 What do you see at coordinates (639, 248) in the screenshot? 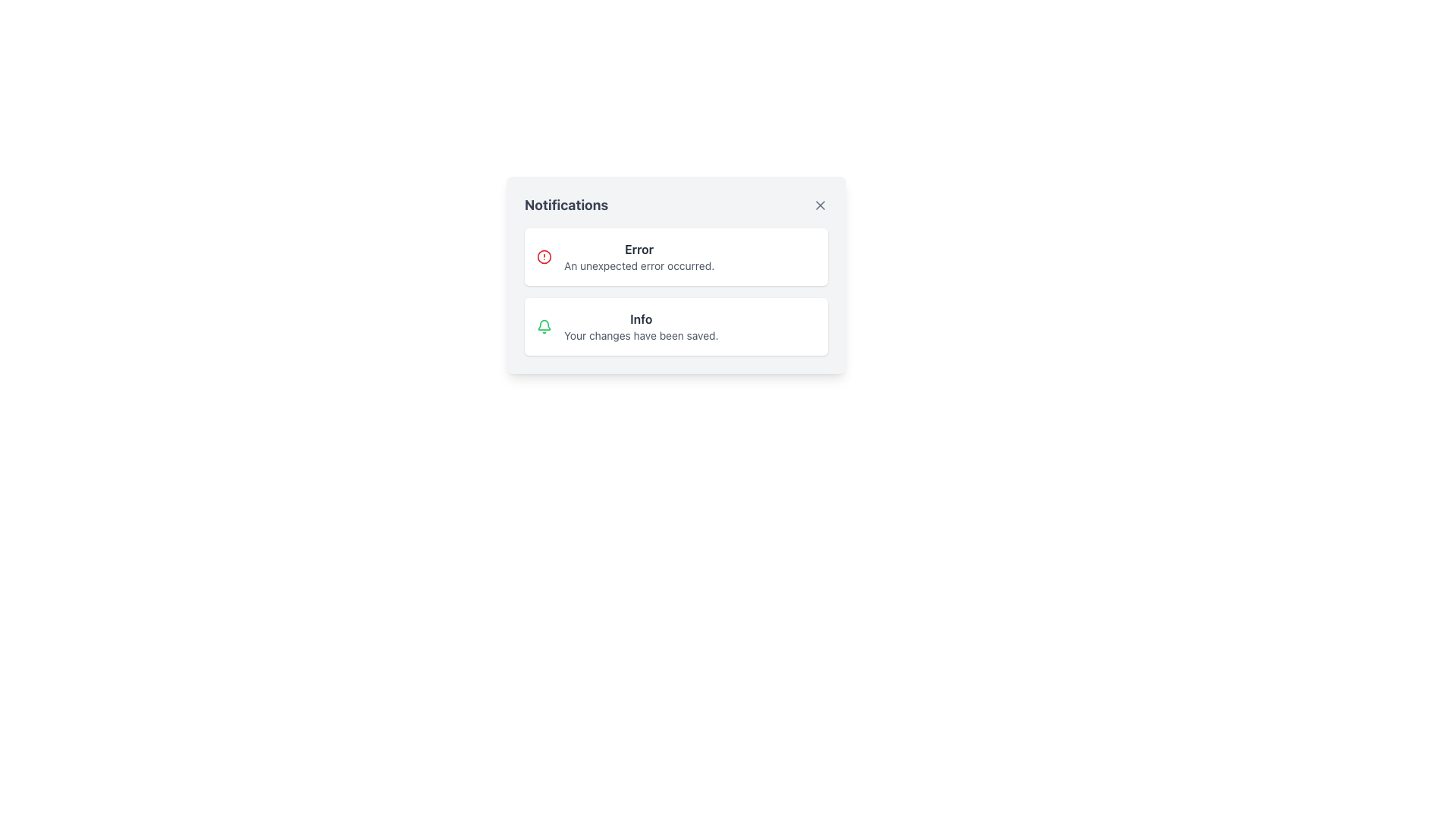
I see `text label displaying the word 'Error' in bold, dark gray font located at the top of the notification content block` at bounding box center [639, 248].